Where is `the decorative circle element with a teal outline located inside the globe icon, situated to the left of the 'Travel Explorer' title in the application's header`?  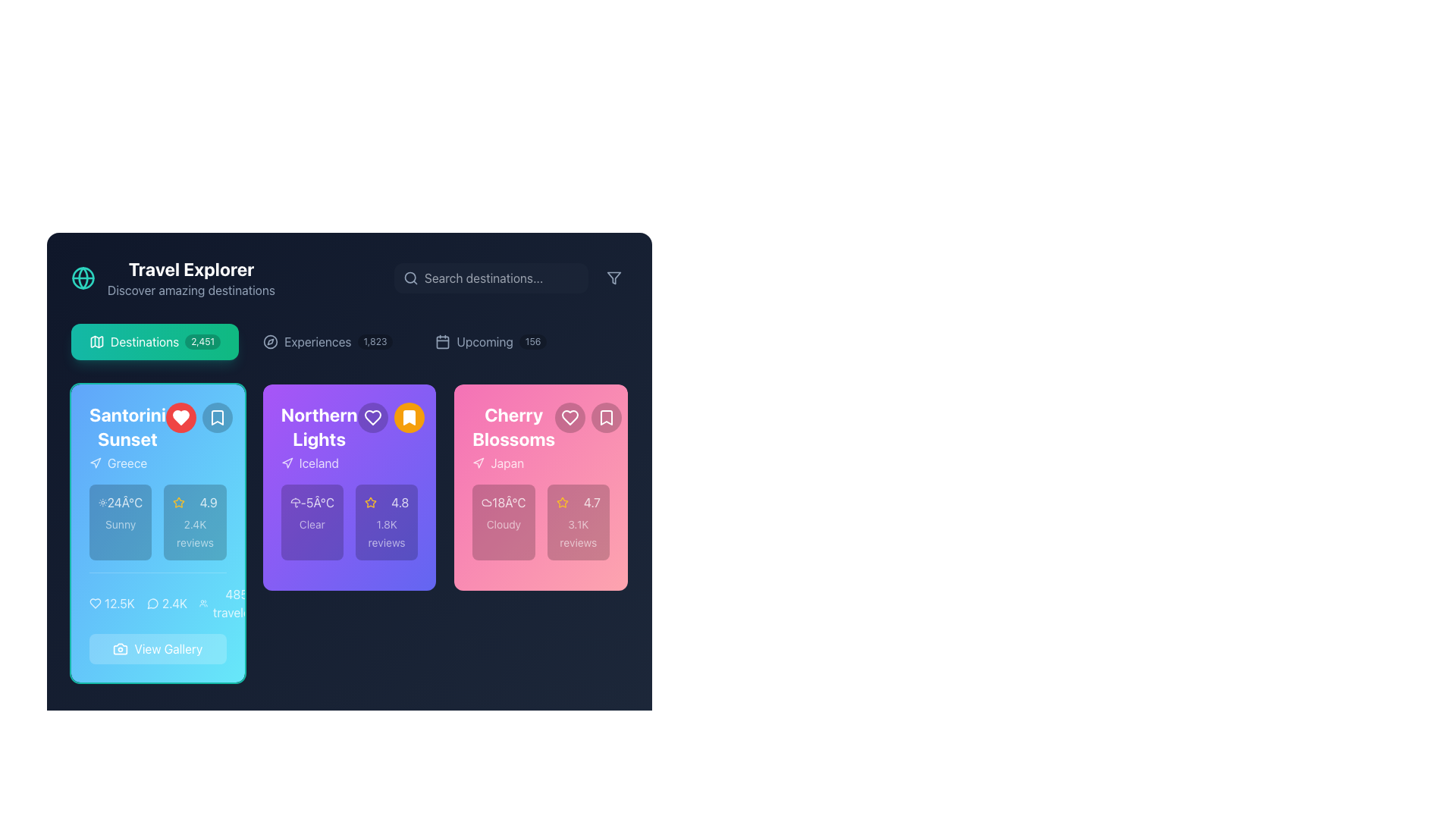
the decorative circle element with a teal outline located inside the globe icon, situated to the left of the 'Travel Explorer' title in the application's header is located at coordinates (83, 278).